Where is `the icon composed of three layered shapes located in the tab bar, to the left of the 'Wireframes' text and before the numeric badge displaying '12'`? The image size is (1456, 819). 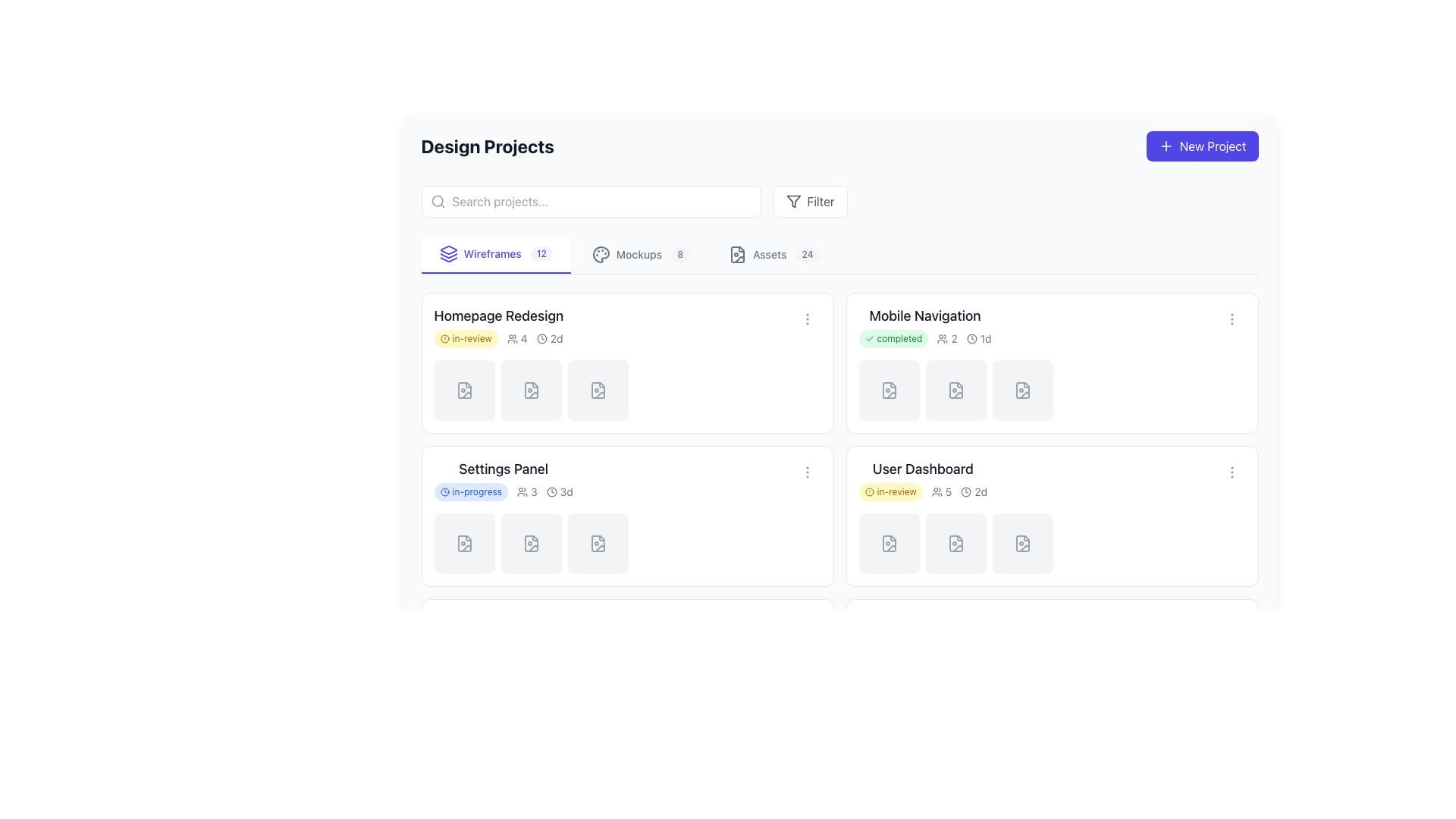 the icon composed of three layered shapes located in the tab bar, to the left of the 'Wireframes' text and before the numeric badge displaying '12' is located at coordinates (447, 253).